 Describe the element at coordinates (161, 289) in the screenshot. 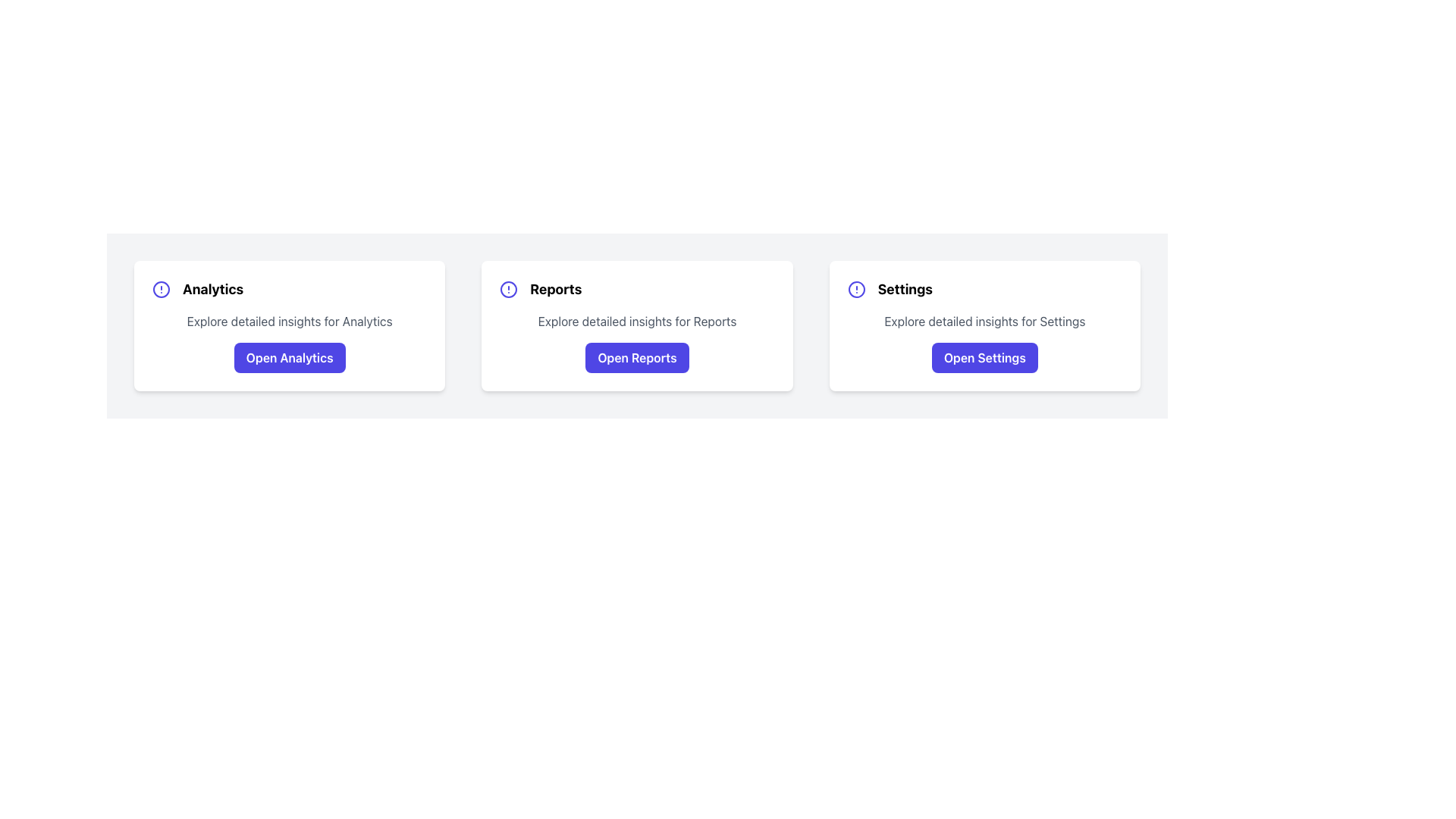

I see `the alert icon located to the left of the 'Analytics' title to interact with it if enabled` at that location.